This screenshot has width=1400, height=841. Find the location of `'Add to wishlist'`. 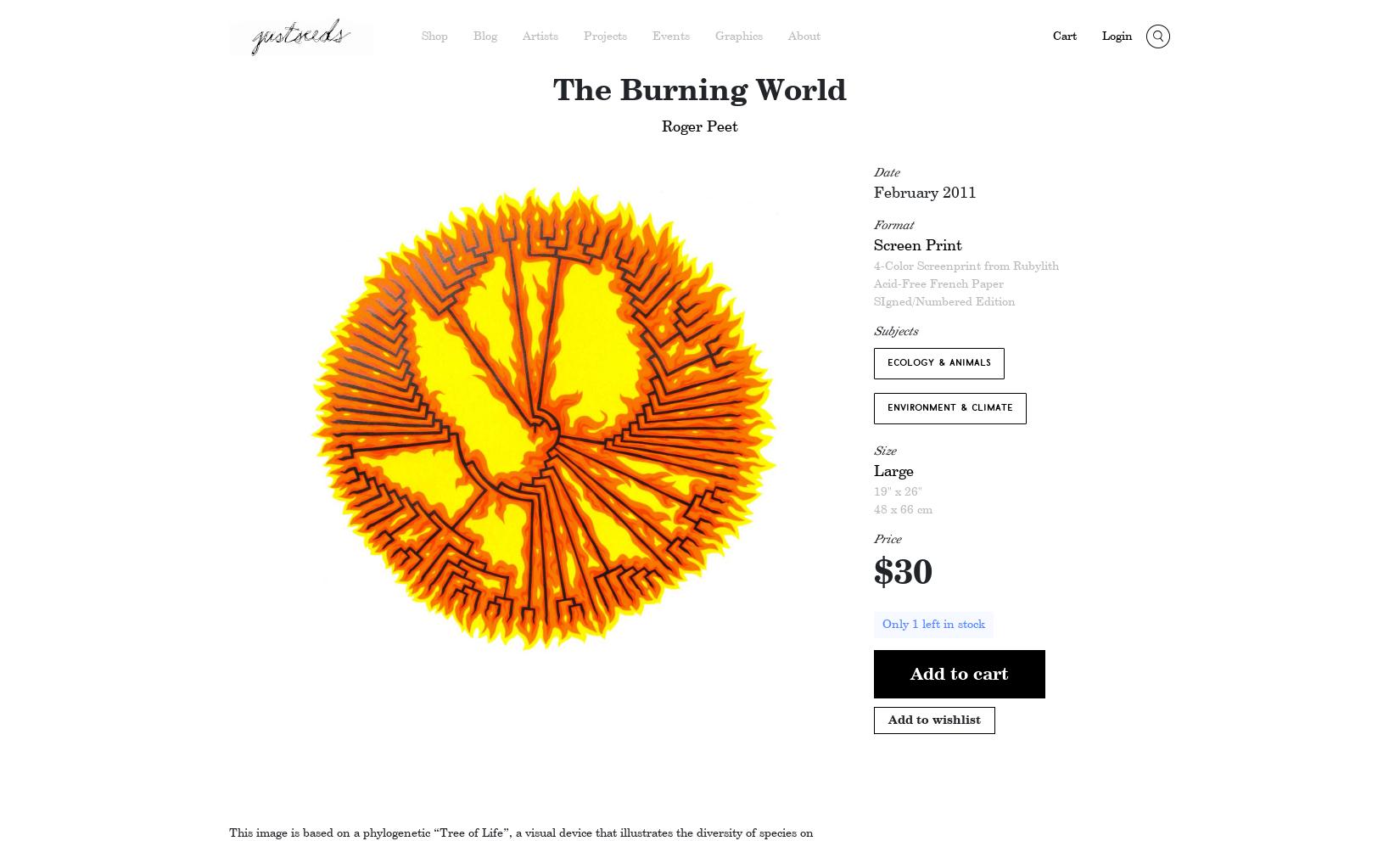

'Add to wishlist' is located at coordinates (934, 718).